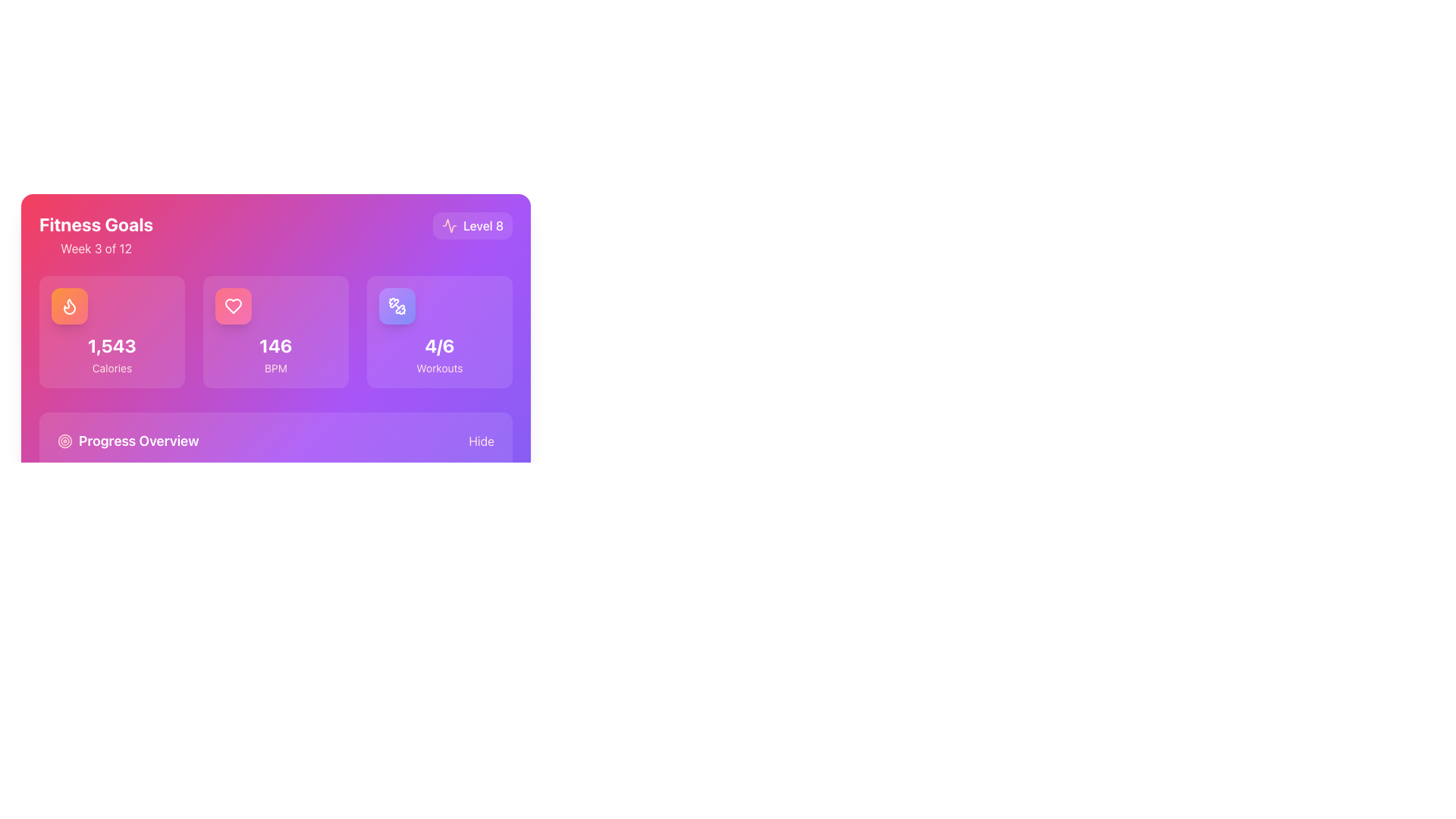 The image size is (1456, 819). I want to click on the flame outline icon within the SVG located on the leftmost card of the interface's top row, above the label '1,543 Calories.', so click(68, 306).